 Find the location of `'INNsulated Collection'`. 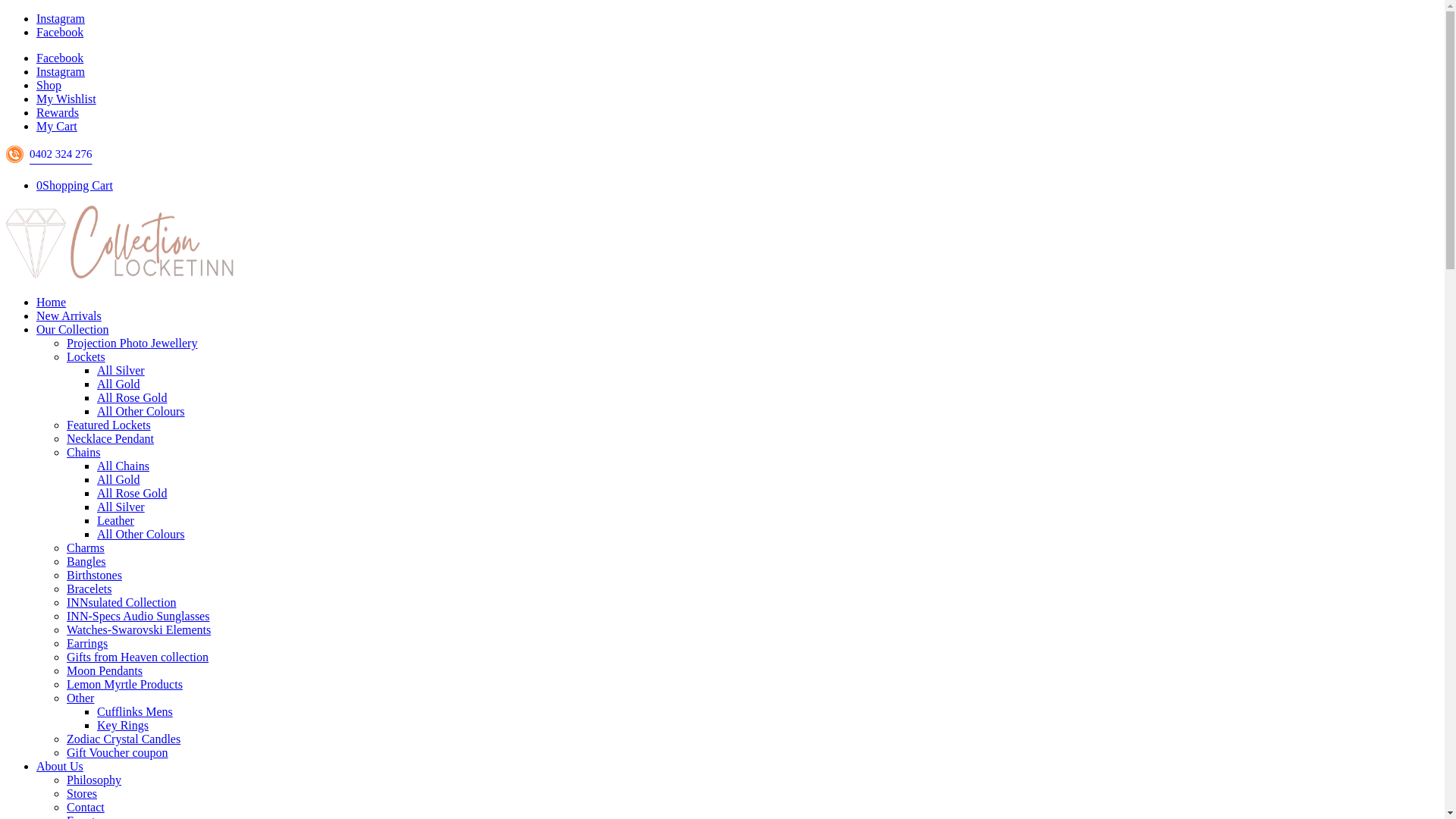

'INNsulated Collection' is located at coordinates (120, 601).